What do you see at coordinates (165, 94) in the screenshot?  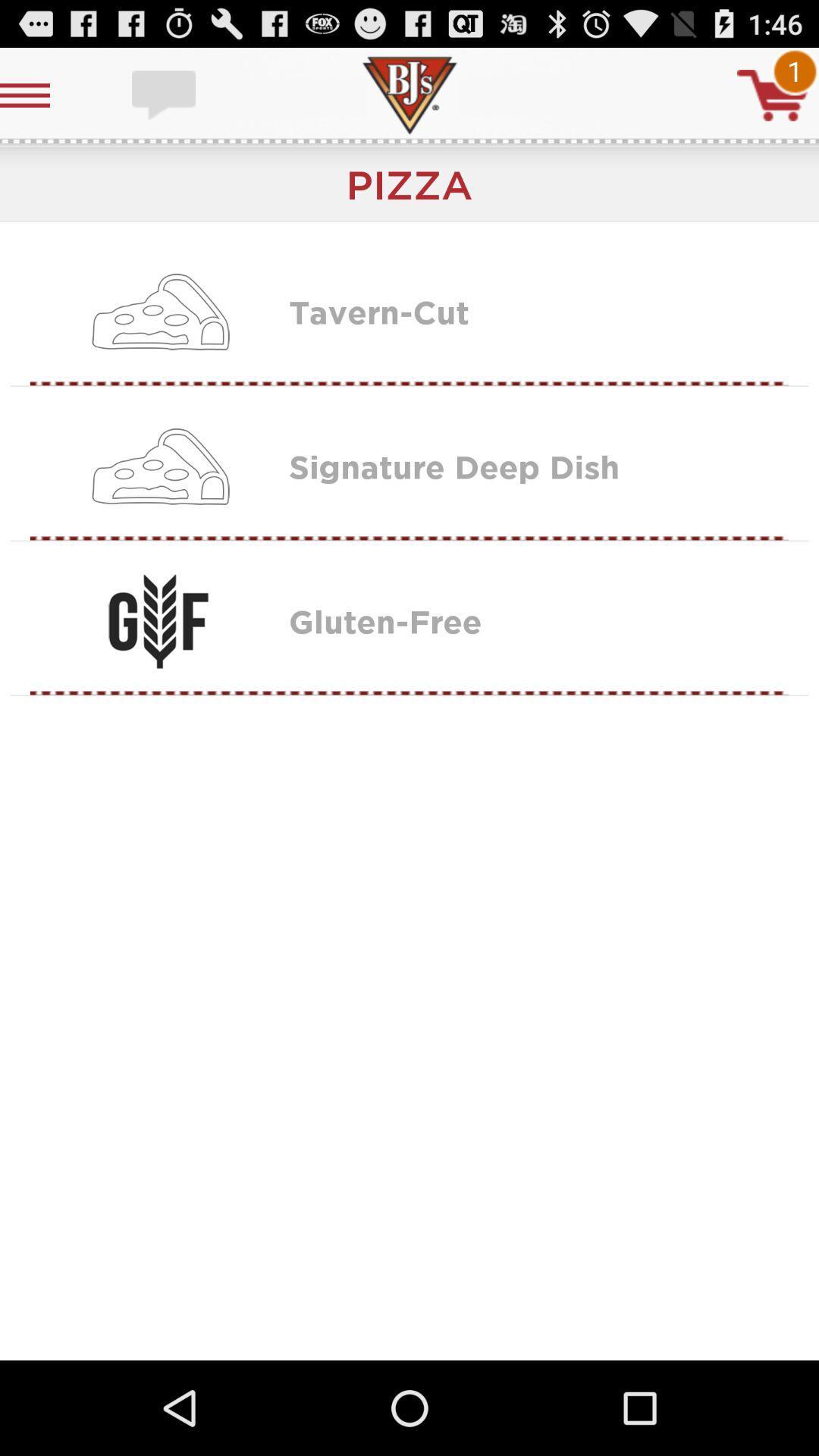 I see `inbox` at bounding box center [165, 94].